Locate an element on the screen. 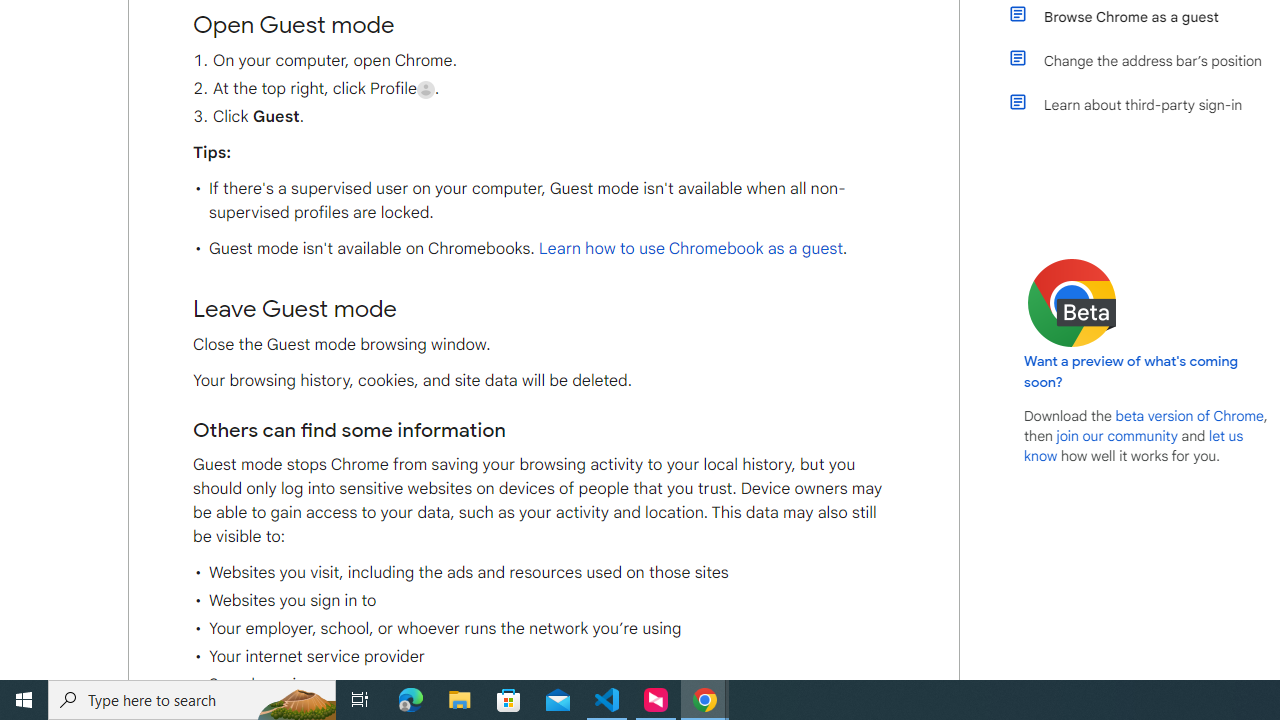  'Chrome Beta logo' is located at coordinates (1071, 303).